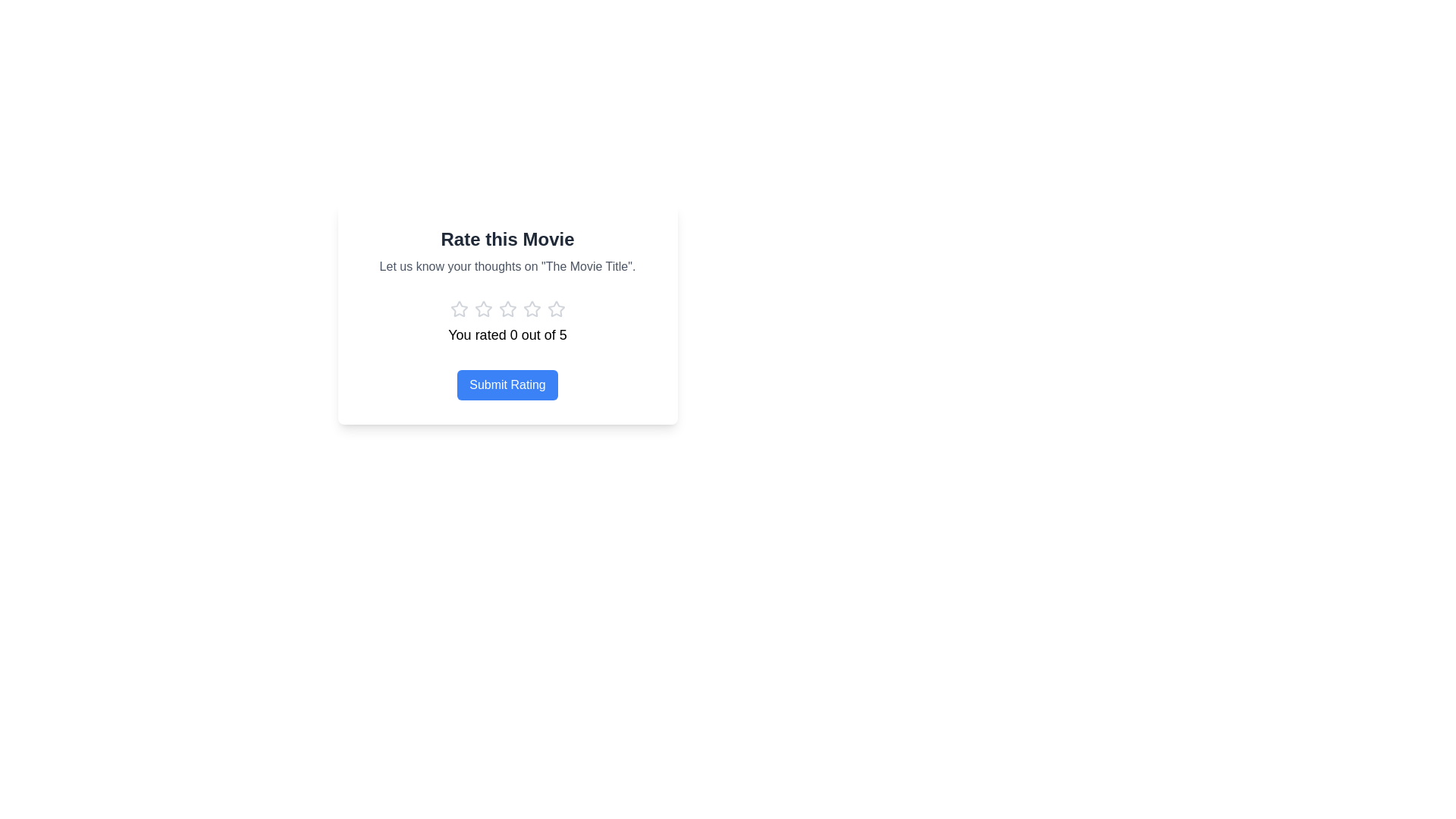  I want to click on the fifth gray star-shaped rating icon in the row, so click(532, 309).